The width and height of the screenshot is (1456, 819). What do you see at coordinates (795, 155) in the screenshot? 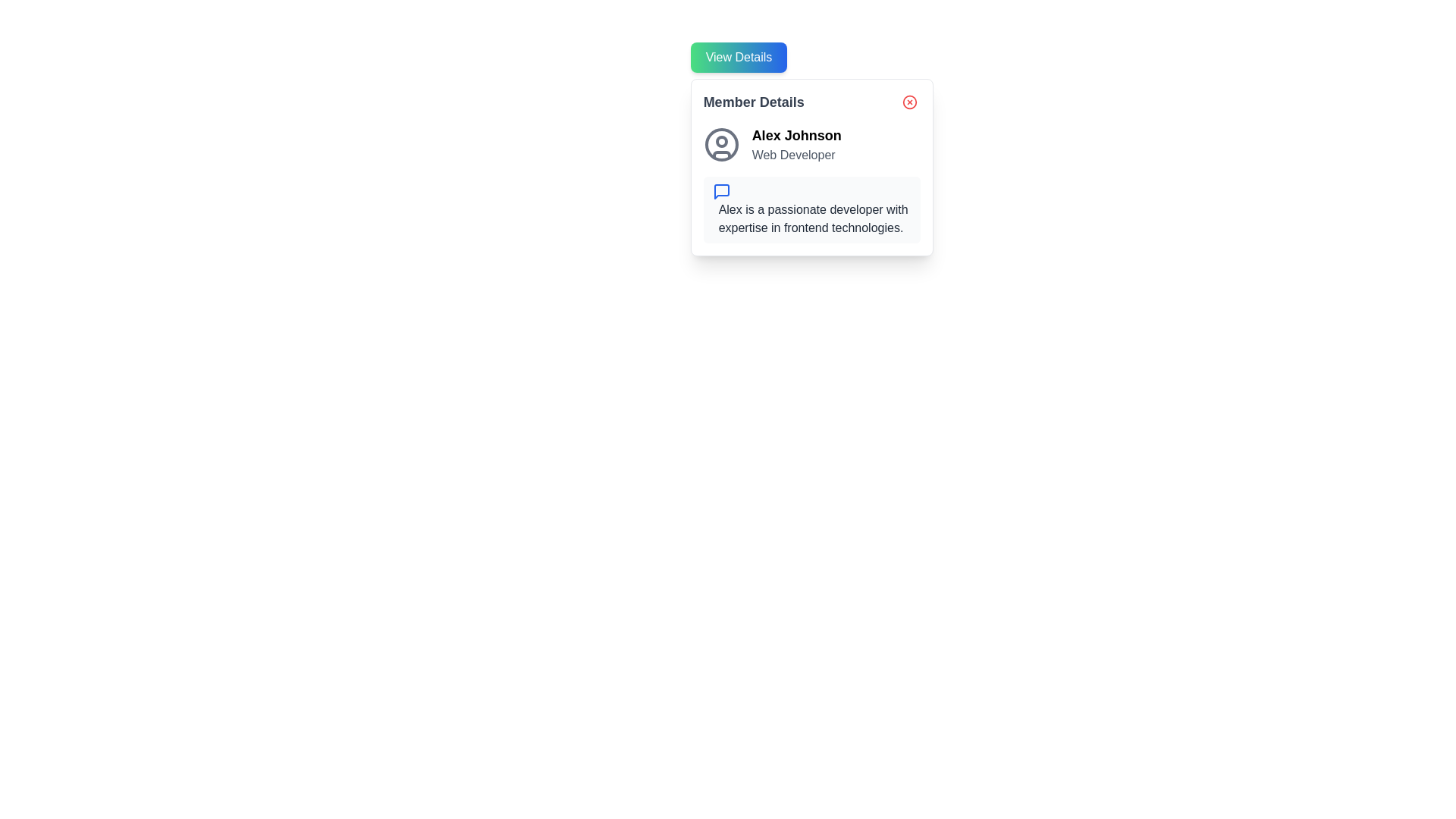
I see `the text label displaying 'Web Developer', which is positioned below 'Alex Johnson' within the 'Member Details' card` at bounding box center [795, 155].